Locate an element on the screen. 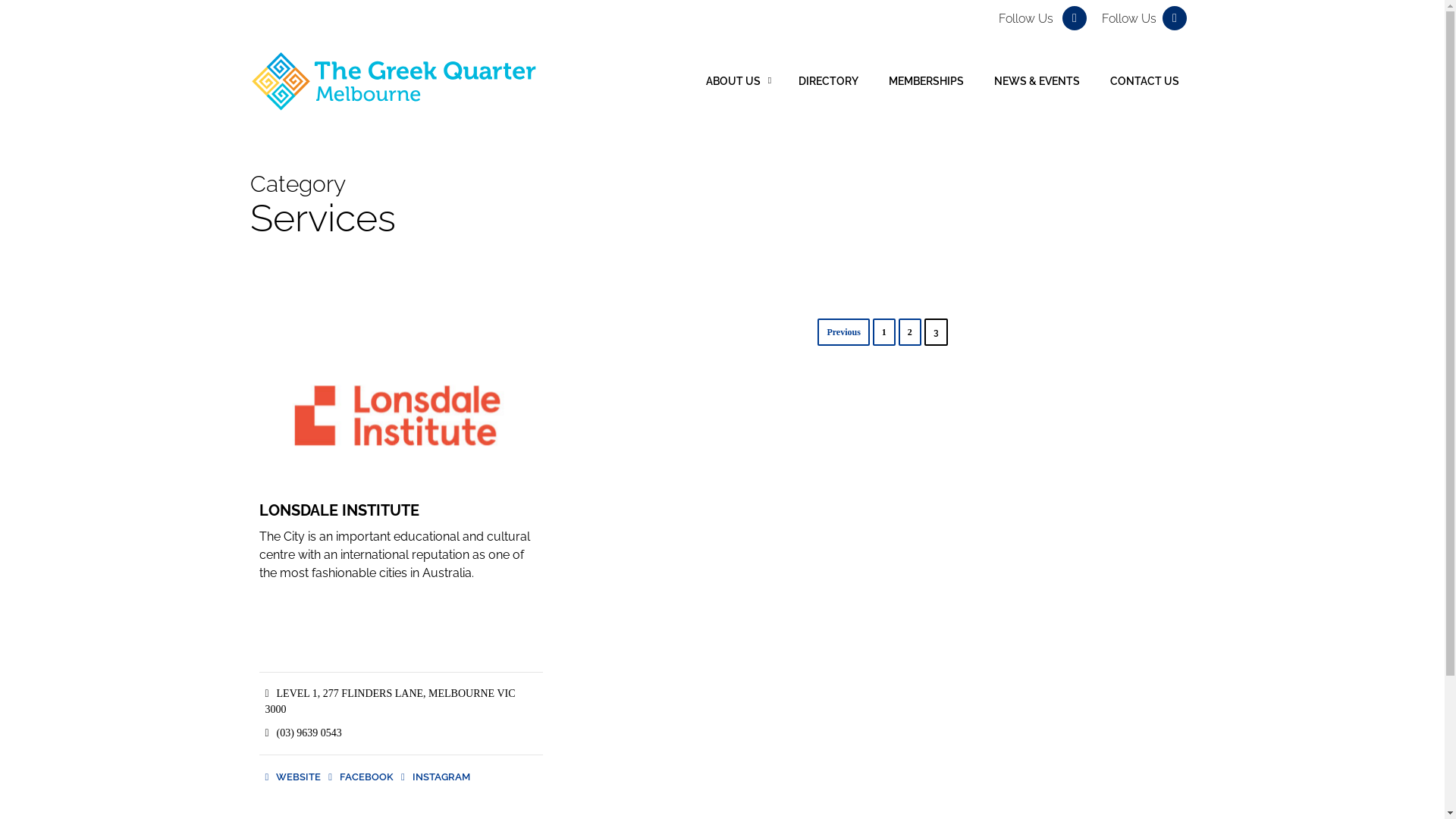 This screenshot has height=819, width=1456. 'ABOUT US' is located at coordinates (736, 81).